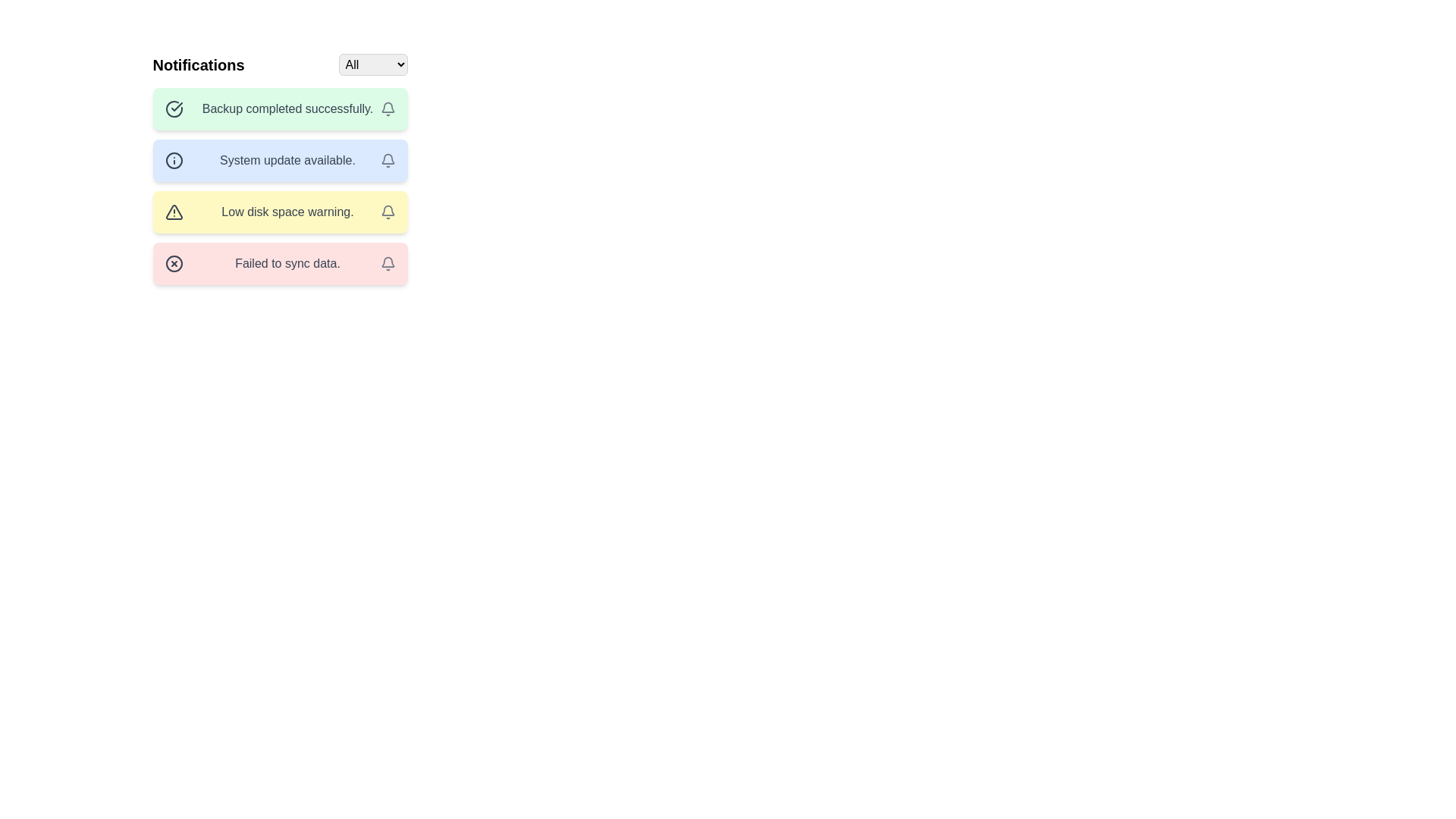  I want to click on the fourth button in the blue-tinted notification box to handle or view details about the notification associated with 'System update available.', so click(388, 161).